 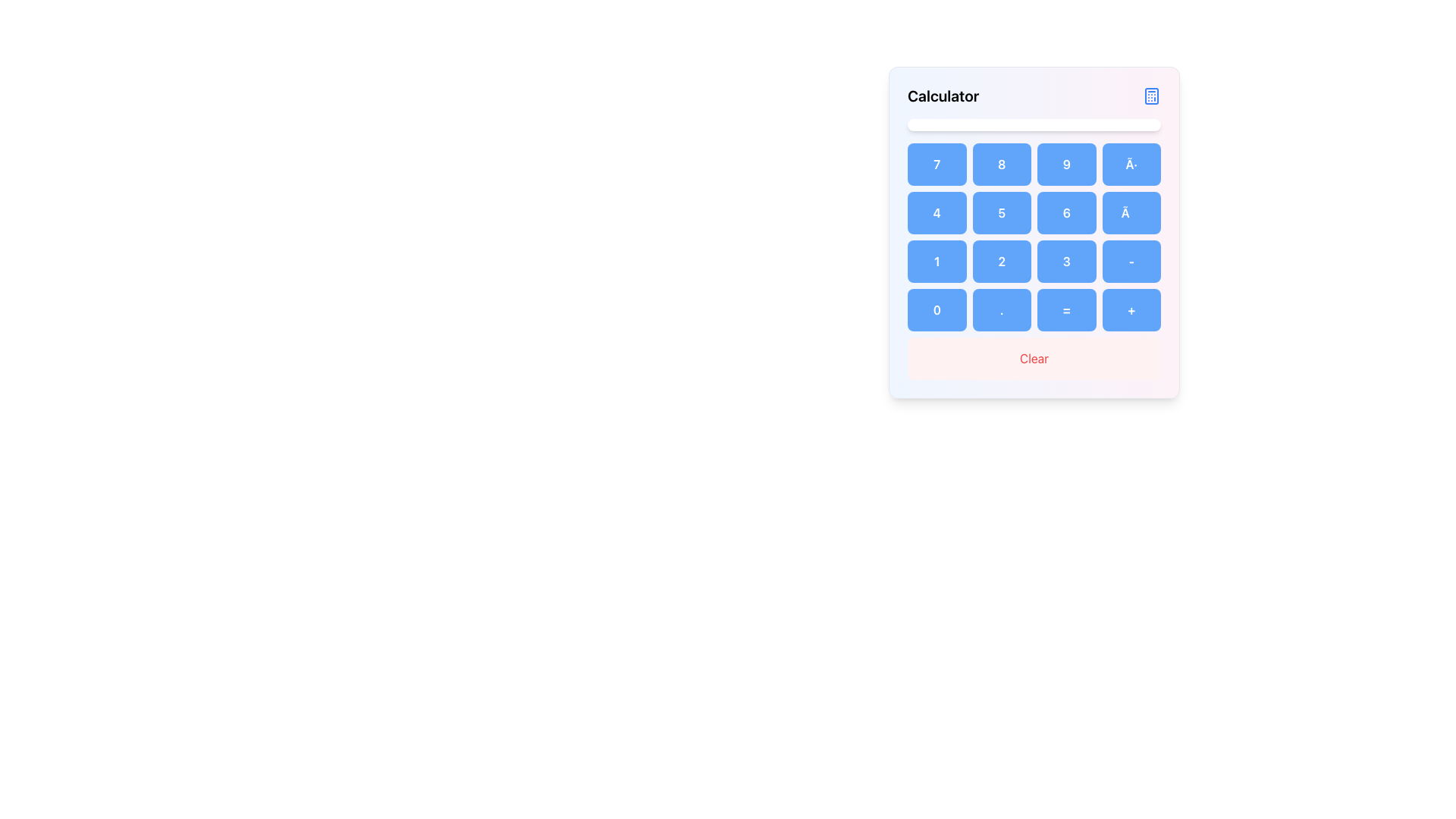 I want to click on the button displaying the number '7', which is styled with rounded corners and a light blue background, located at the top-left corner of a 4x5 grid layout, so click(x=936, y=164).